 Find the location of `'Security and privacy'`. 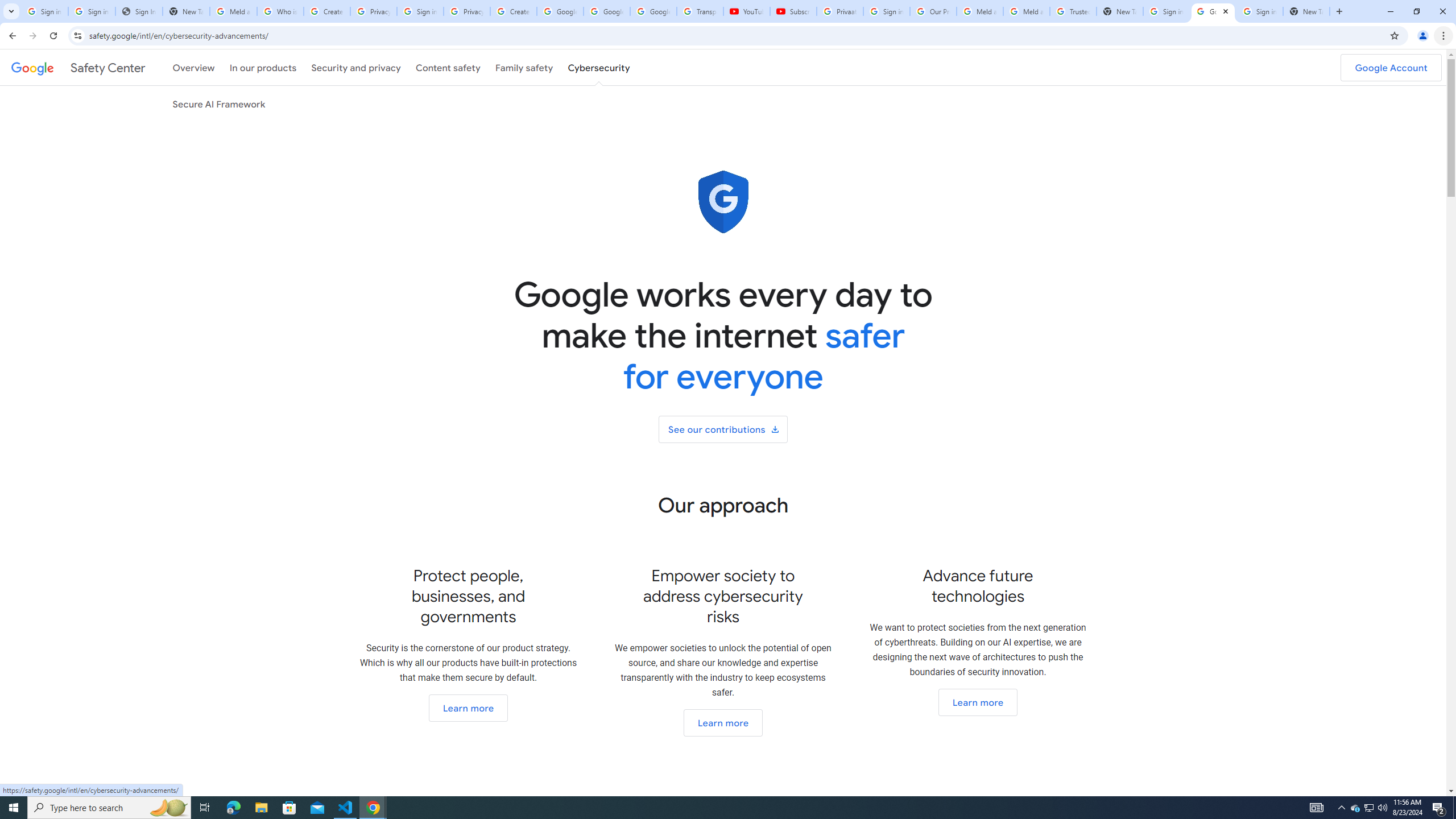

'Security and privacy' is located at coordinates (357, 67).